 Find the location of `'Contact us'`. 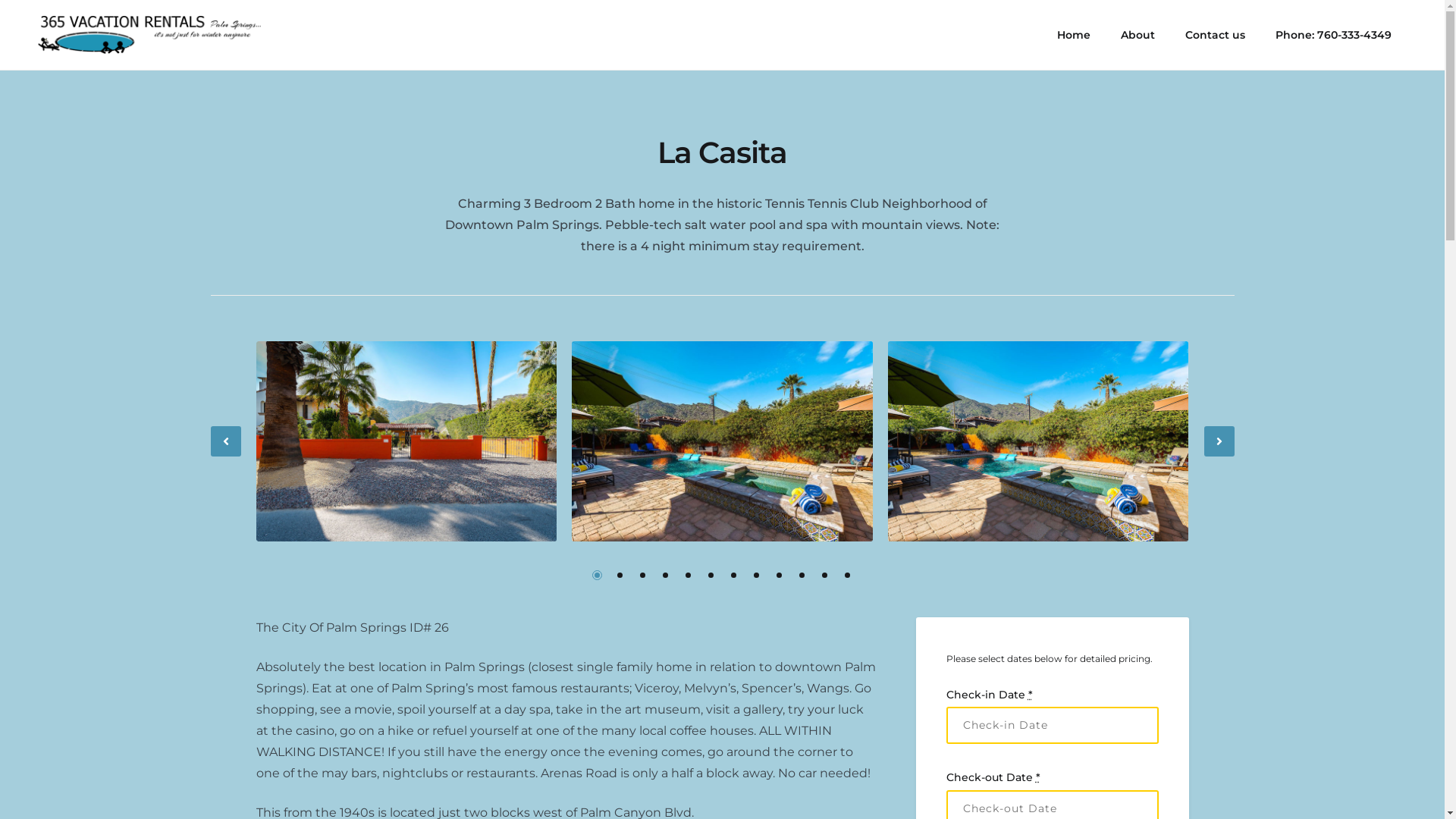

'Contact us' is located at coordinates (1215, 34).